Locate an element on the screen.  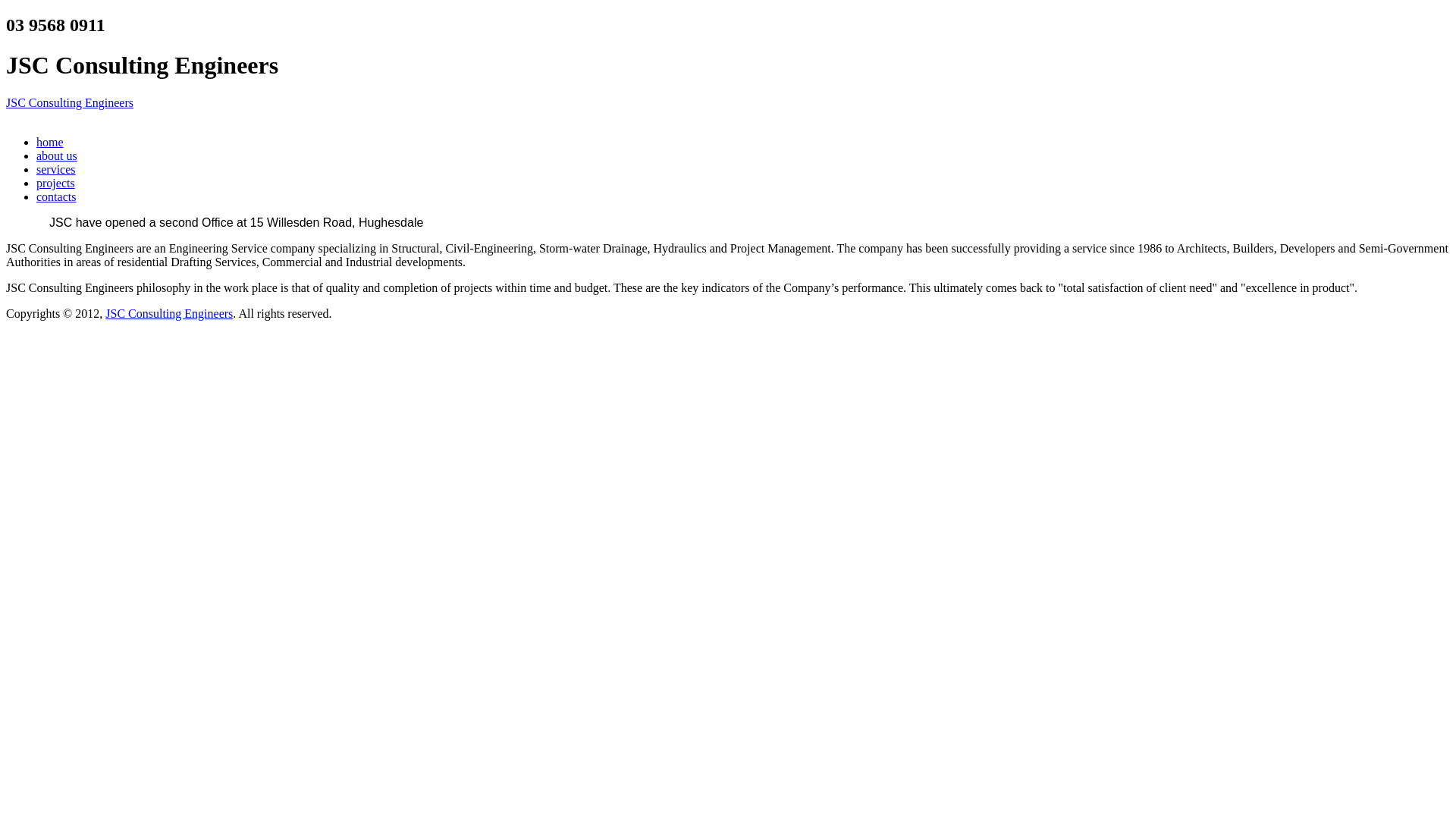
'home' is located at coordinates (50, 142).